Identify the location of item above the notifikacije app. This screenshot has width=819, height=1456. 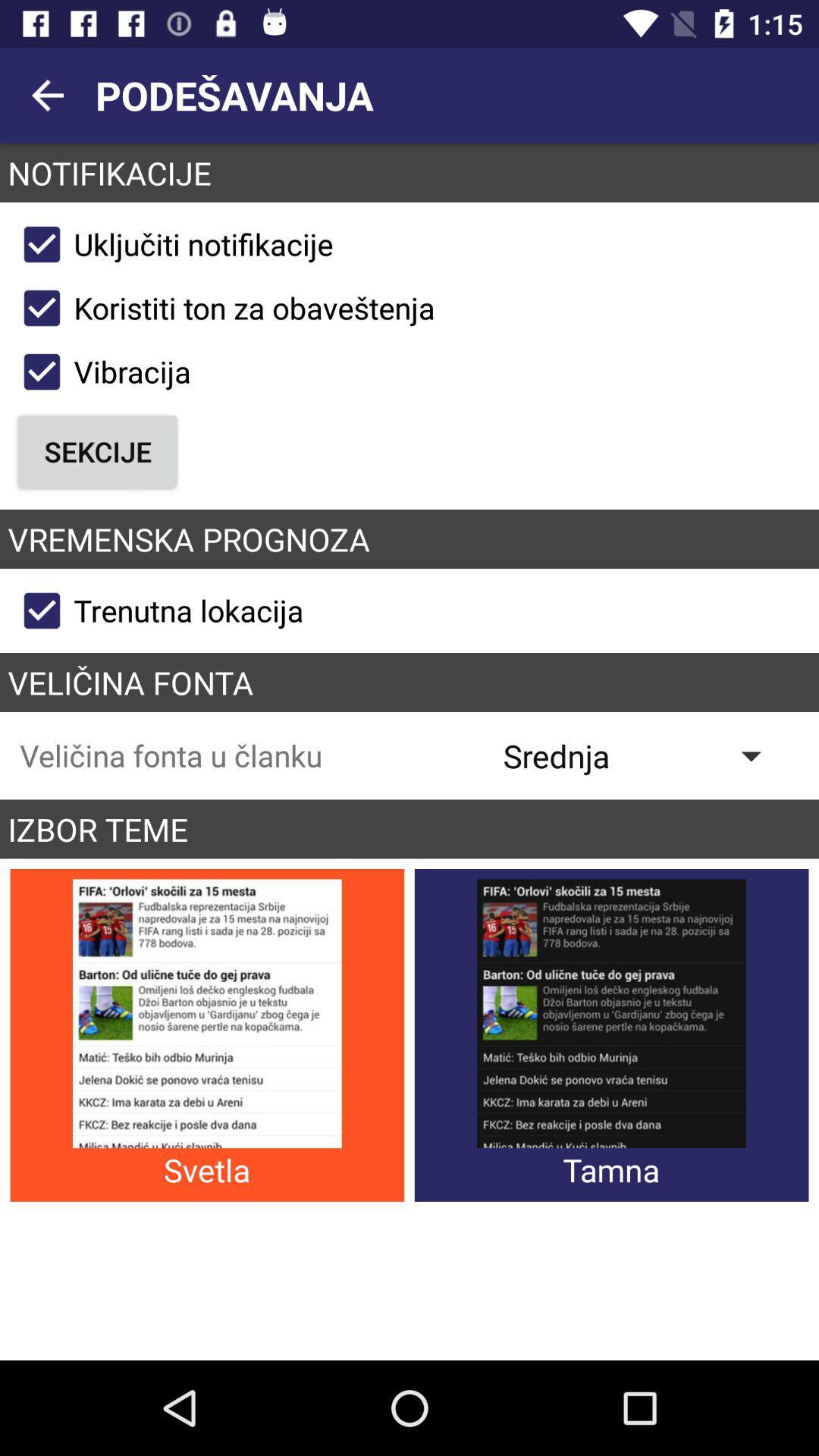
(46, 94).